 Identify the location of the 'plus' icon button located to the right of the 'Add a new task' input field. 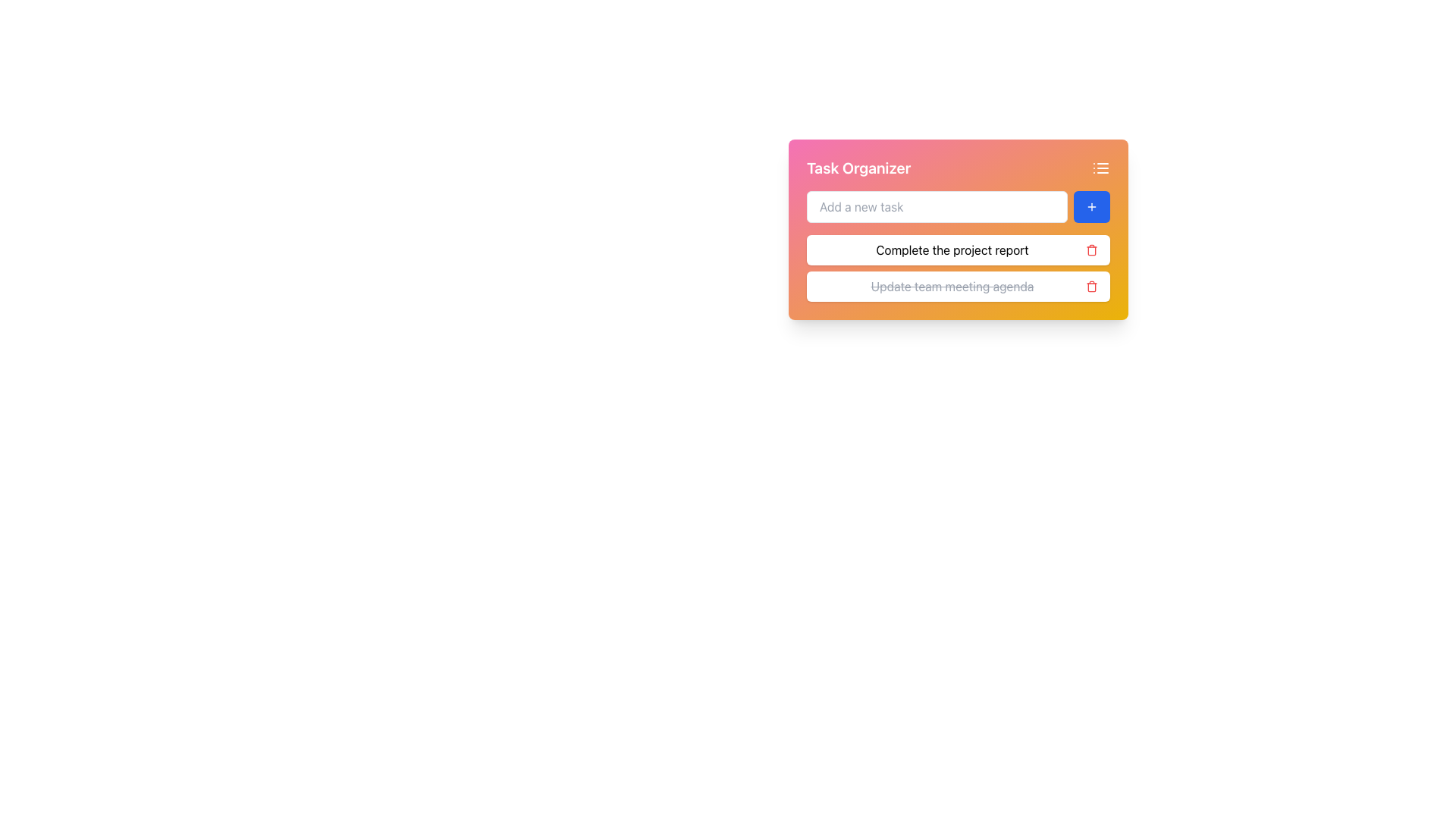
(1092, 207).